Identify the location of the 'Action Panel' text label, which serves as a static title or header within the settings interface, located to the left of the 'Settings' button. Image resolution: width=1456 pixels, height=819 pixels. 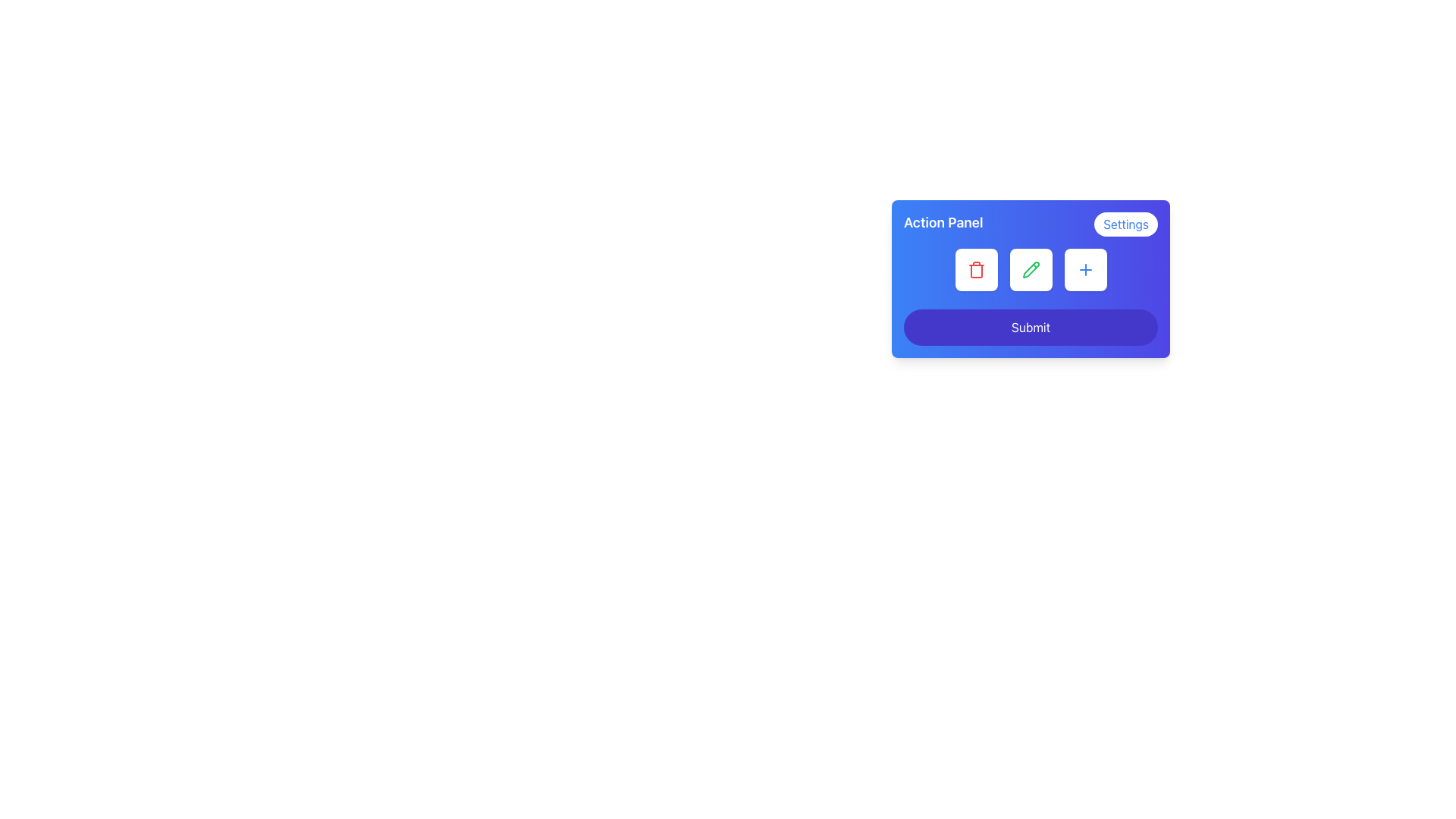
(943, 224).